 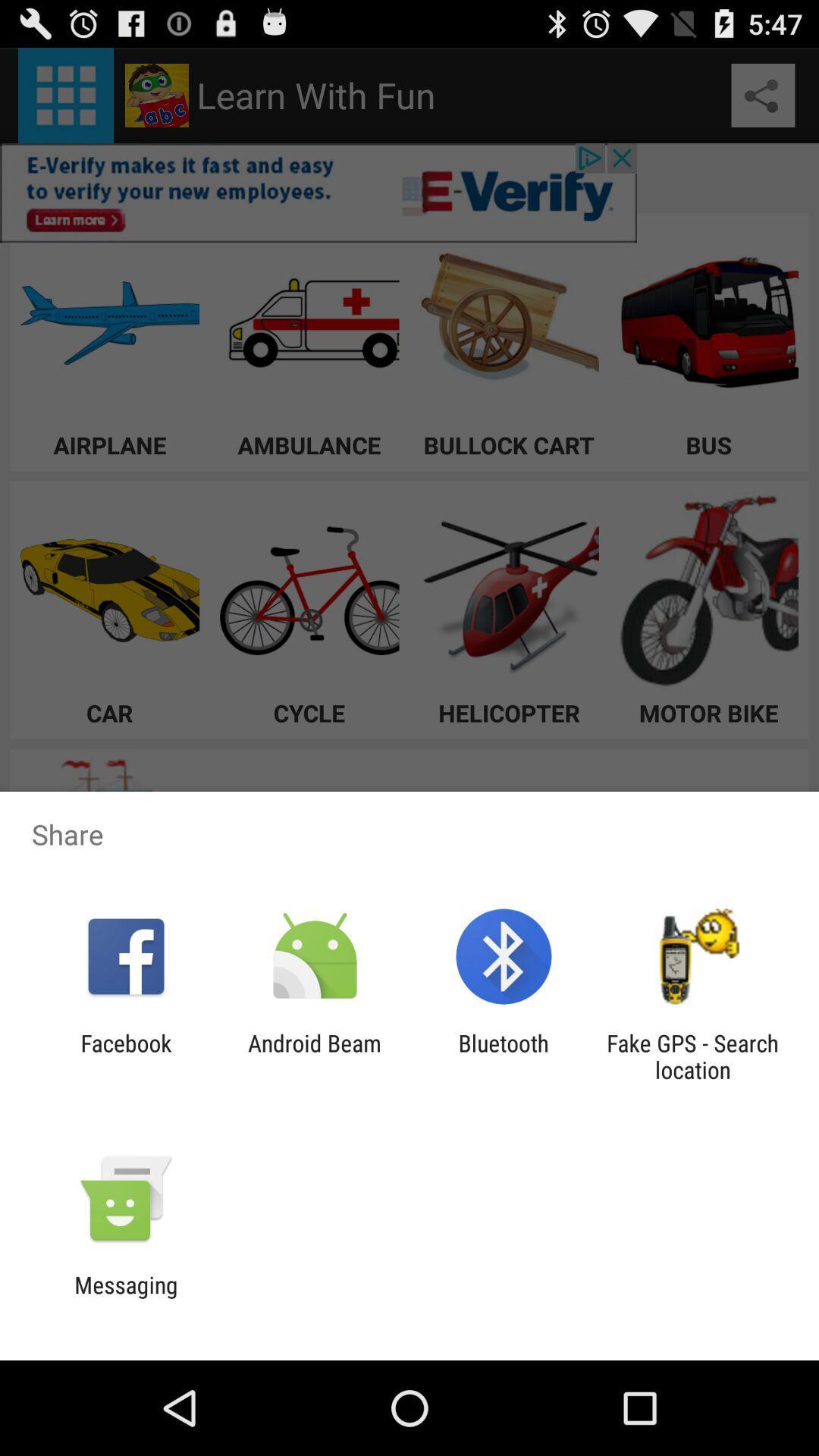 I want to click on app to the left of the fake gps search, so click(x=504, y=1056).